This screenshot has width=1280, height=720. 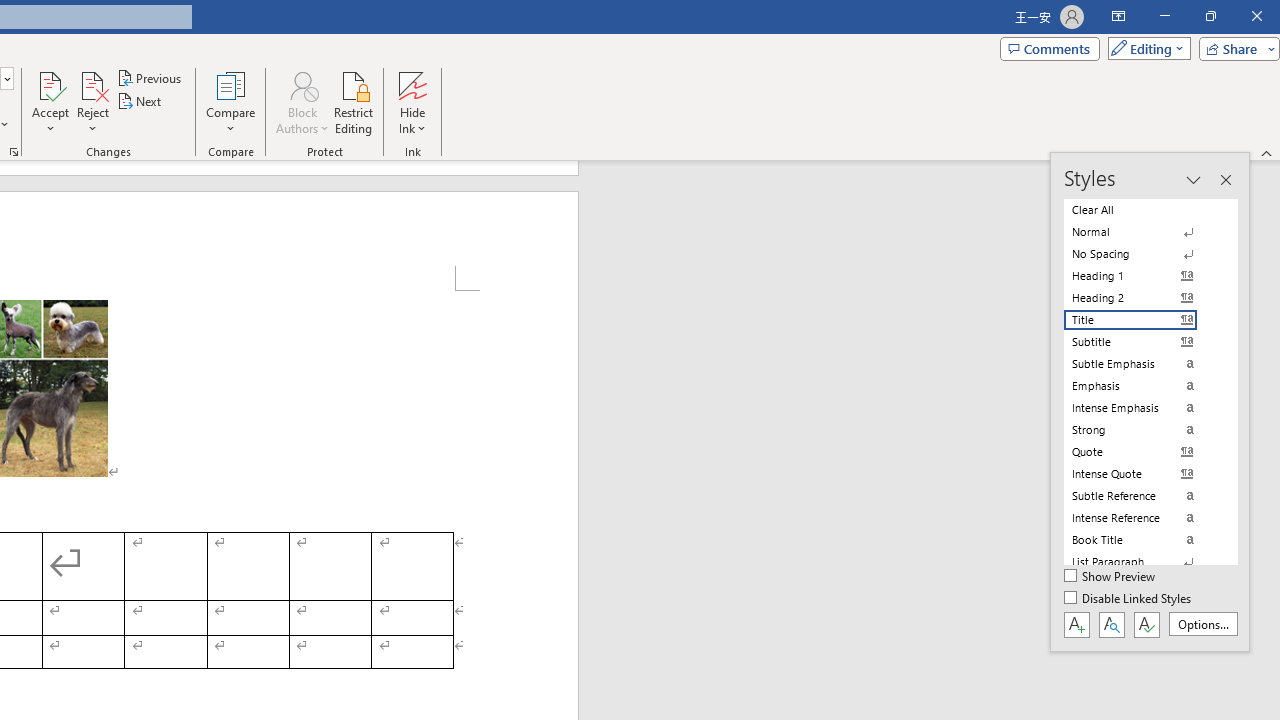 What do you see at coordinates (301, 103) in the screenshot?
I see `'Block Authors'` at bounding box center [301, 103].